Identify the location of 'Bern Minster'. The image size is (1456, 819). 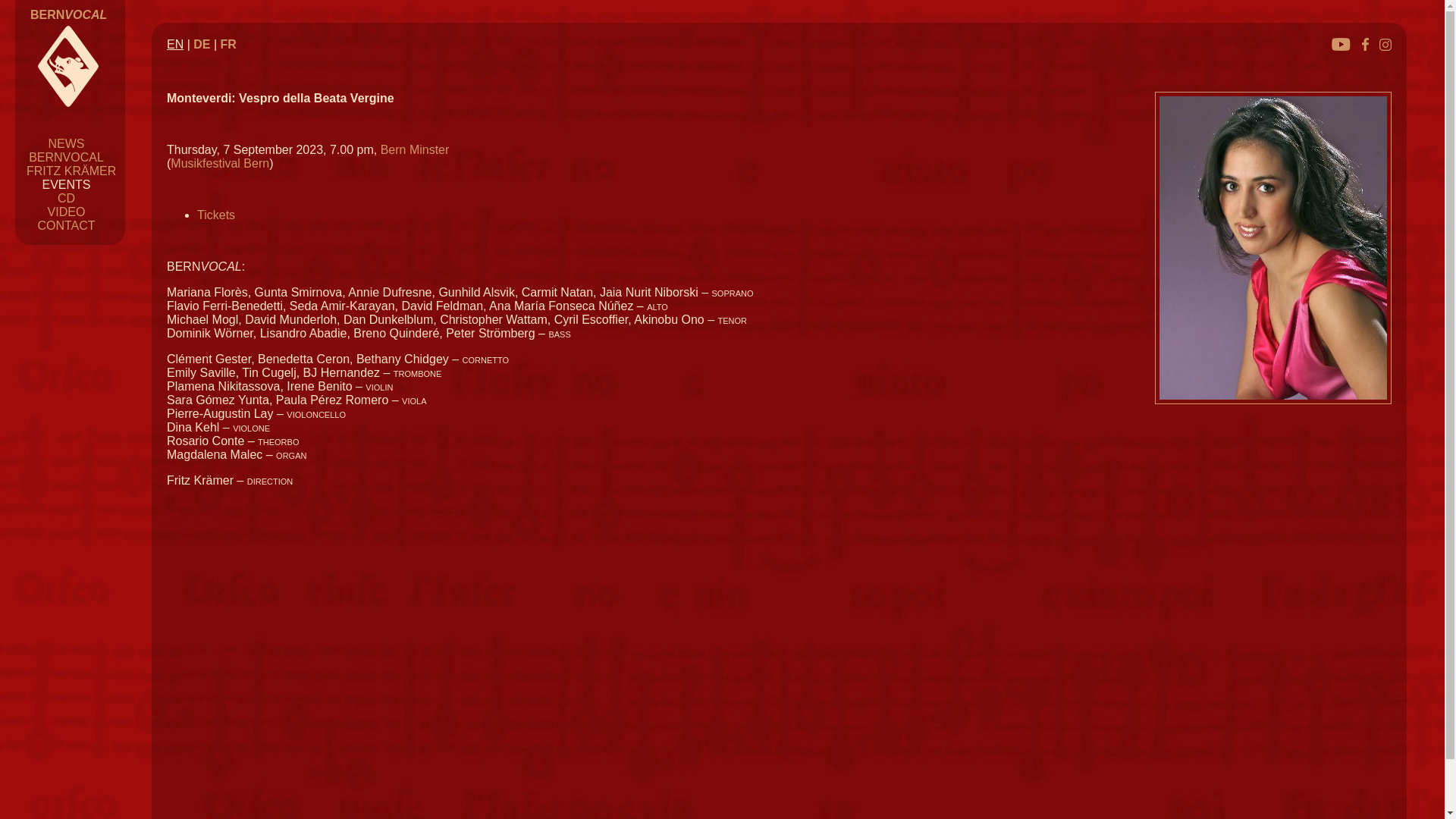
(381, 149).